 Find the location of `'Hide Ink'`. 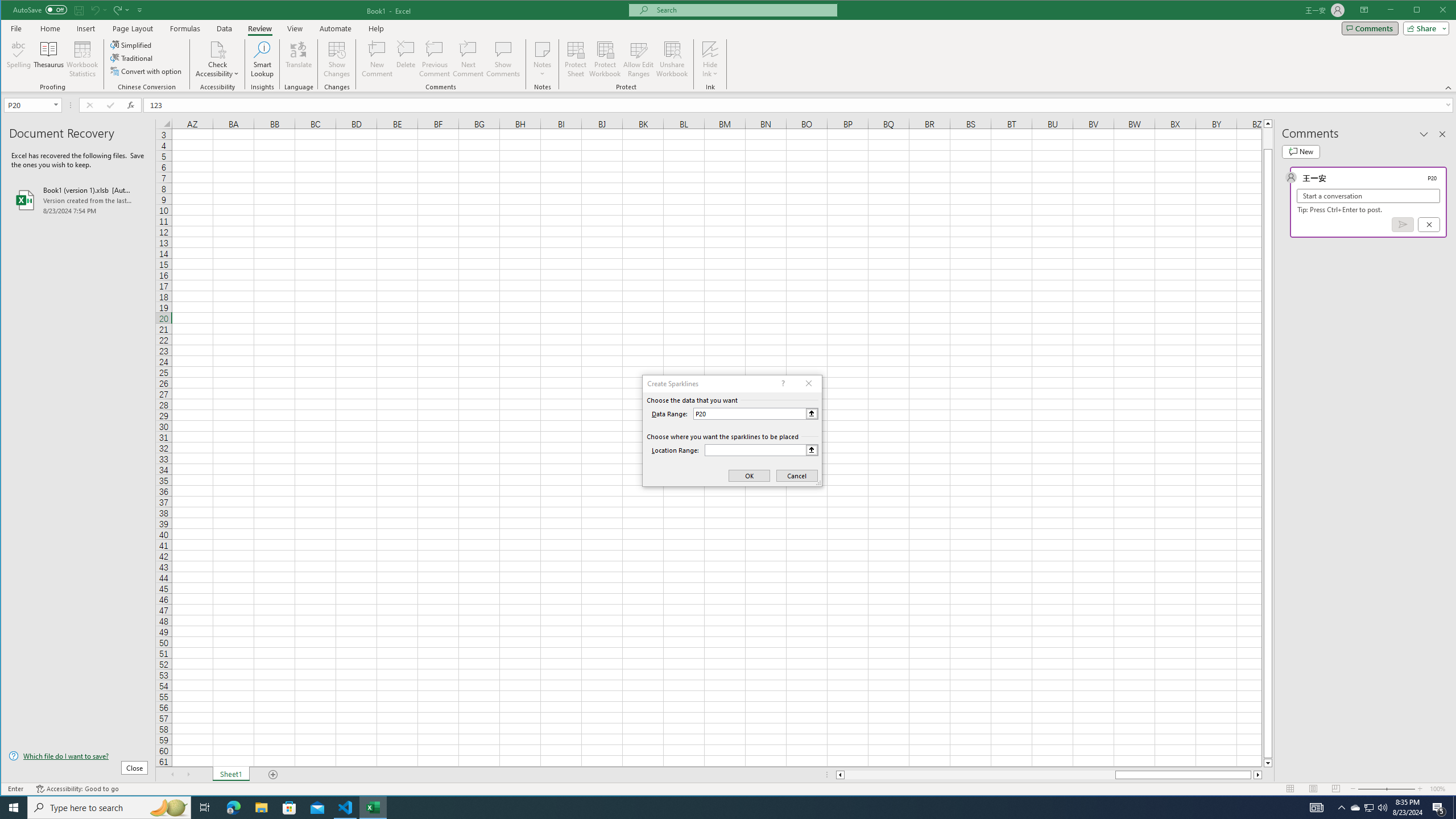

'Hide Ink' is located at coordinates (710, 59).